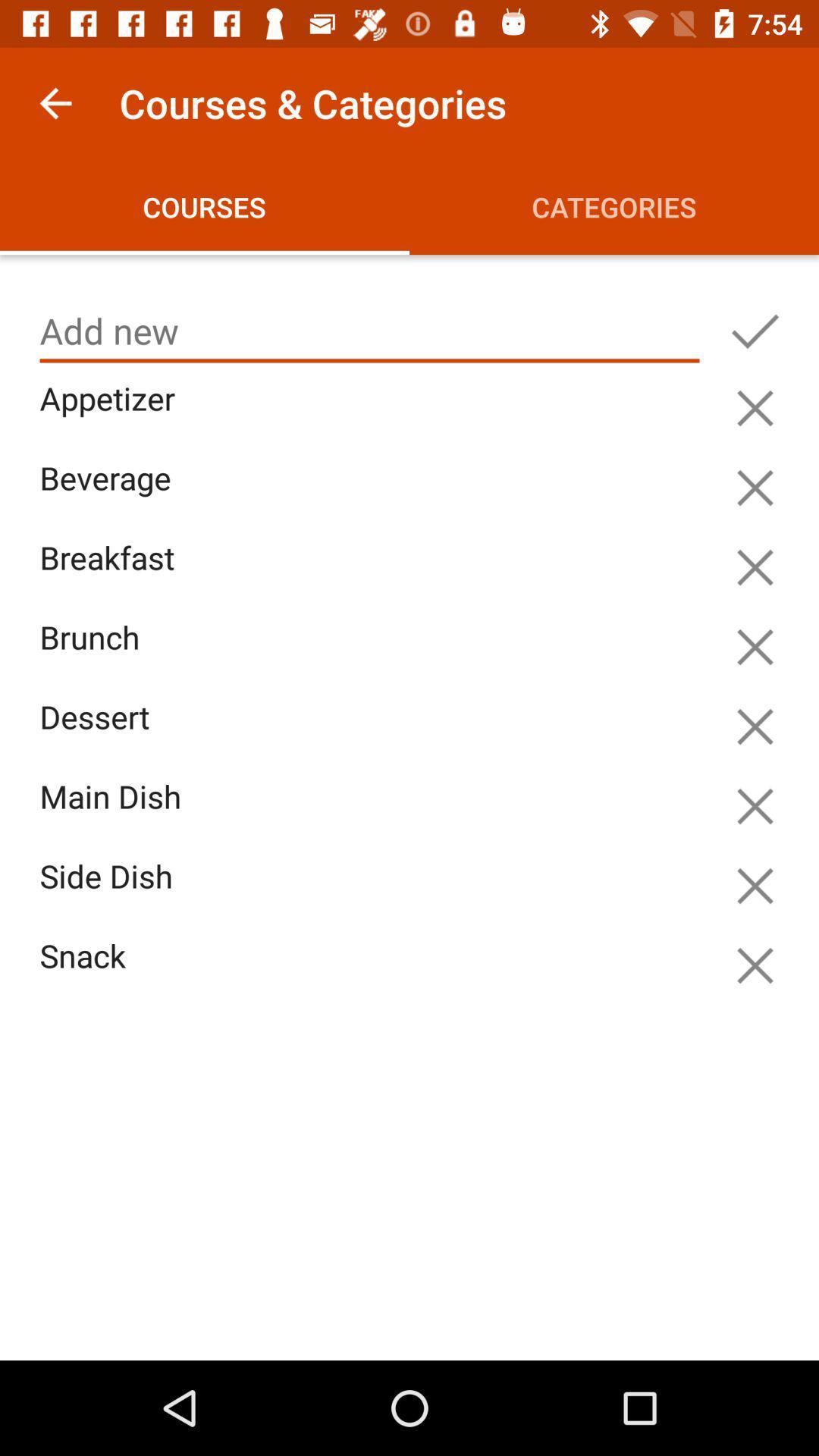 Image resolution: width=819 pixels, height=1456 pixels. I want to click on remove item, so click(755, 566).